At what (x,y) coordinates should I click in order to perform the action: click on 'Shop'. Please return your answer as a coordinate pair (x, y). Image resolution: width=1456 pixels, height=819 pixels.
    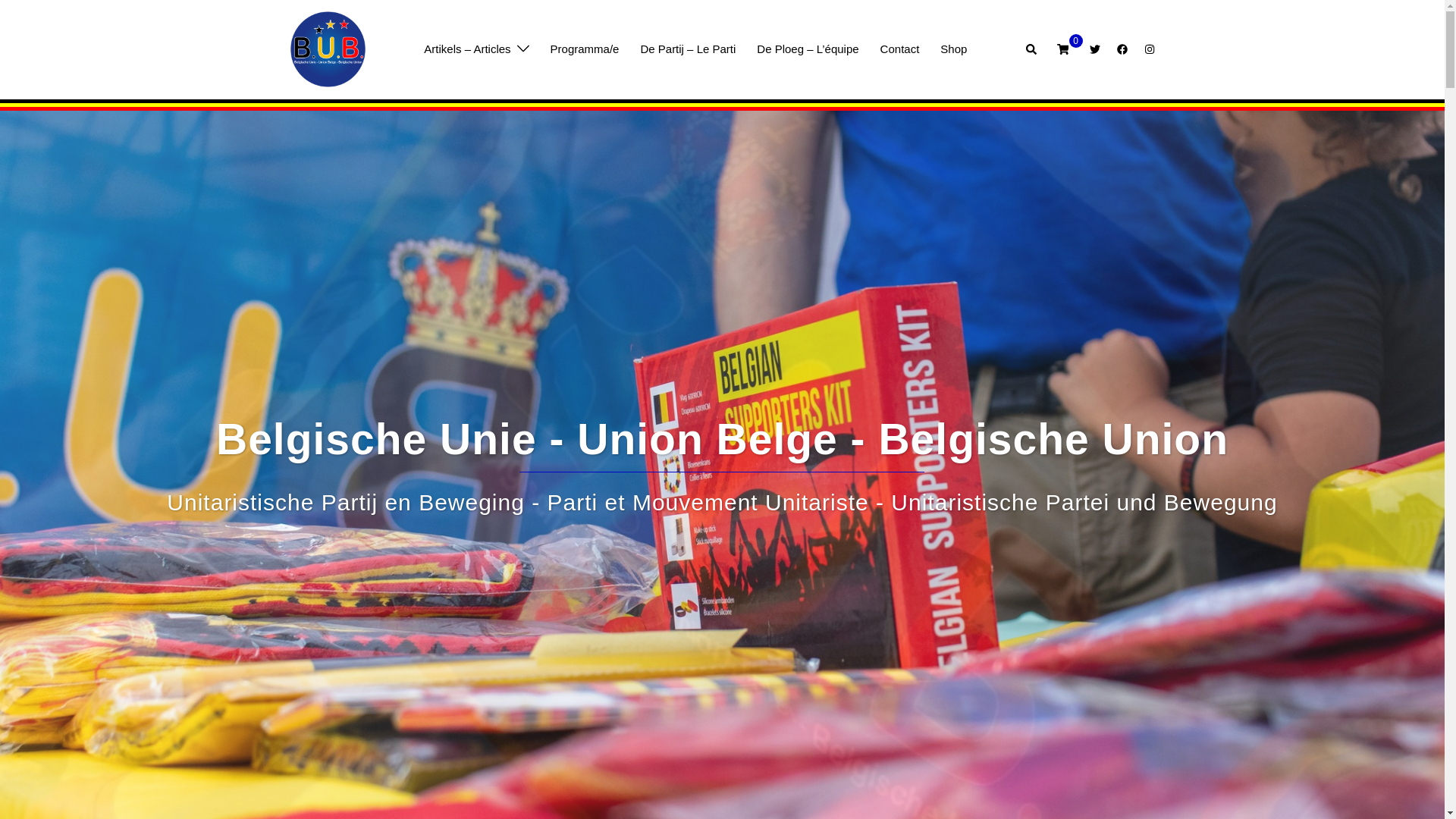
    Looking at the image, I should click on (939, 48).